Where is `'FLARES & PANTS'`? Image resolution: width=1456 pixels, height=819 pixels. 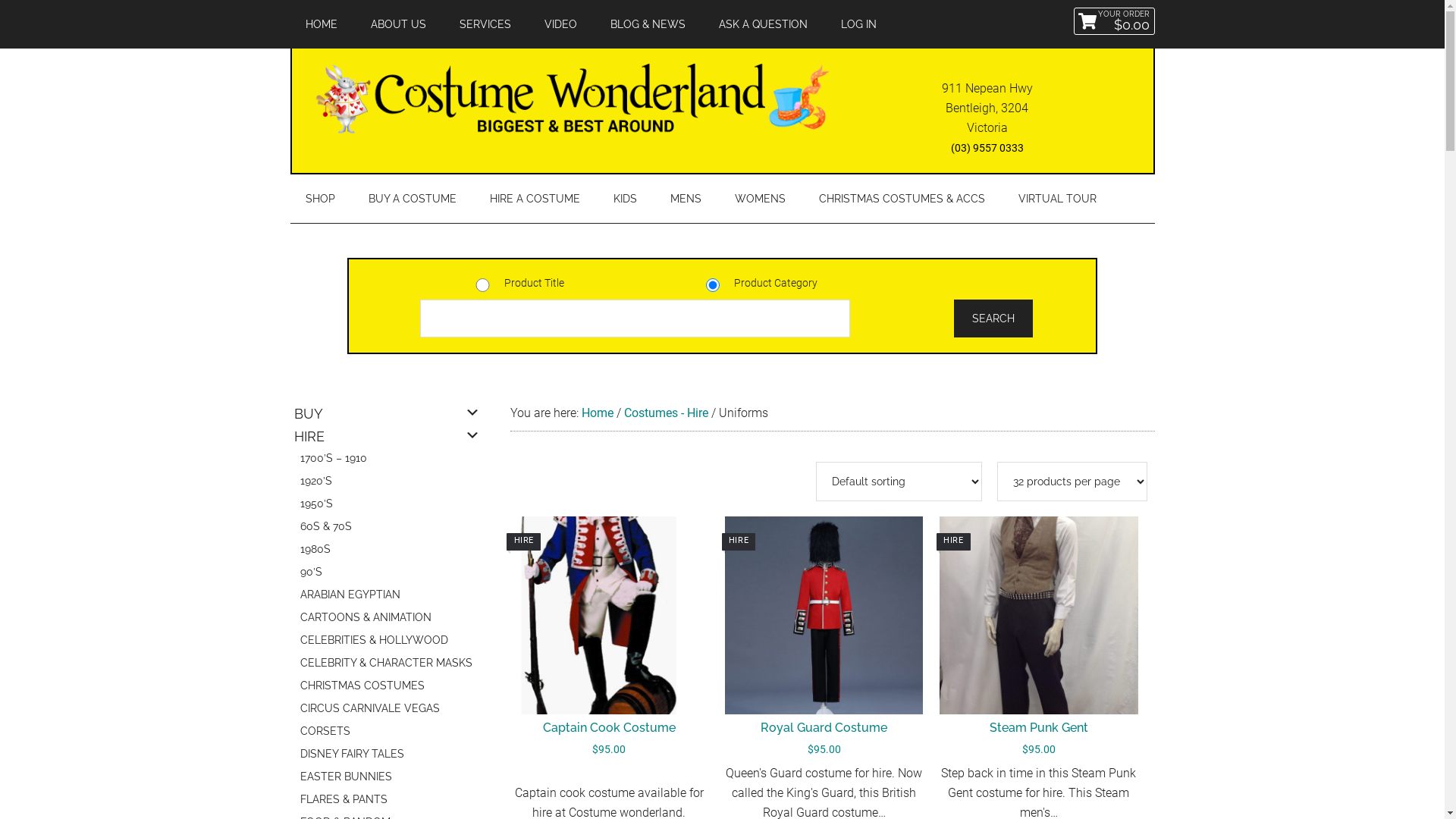
'FLARES & PANTS' is located at coordinates (386, 800).